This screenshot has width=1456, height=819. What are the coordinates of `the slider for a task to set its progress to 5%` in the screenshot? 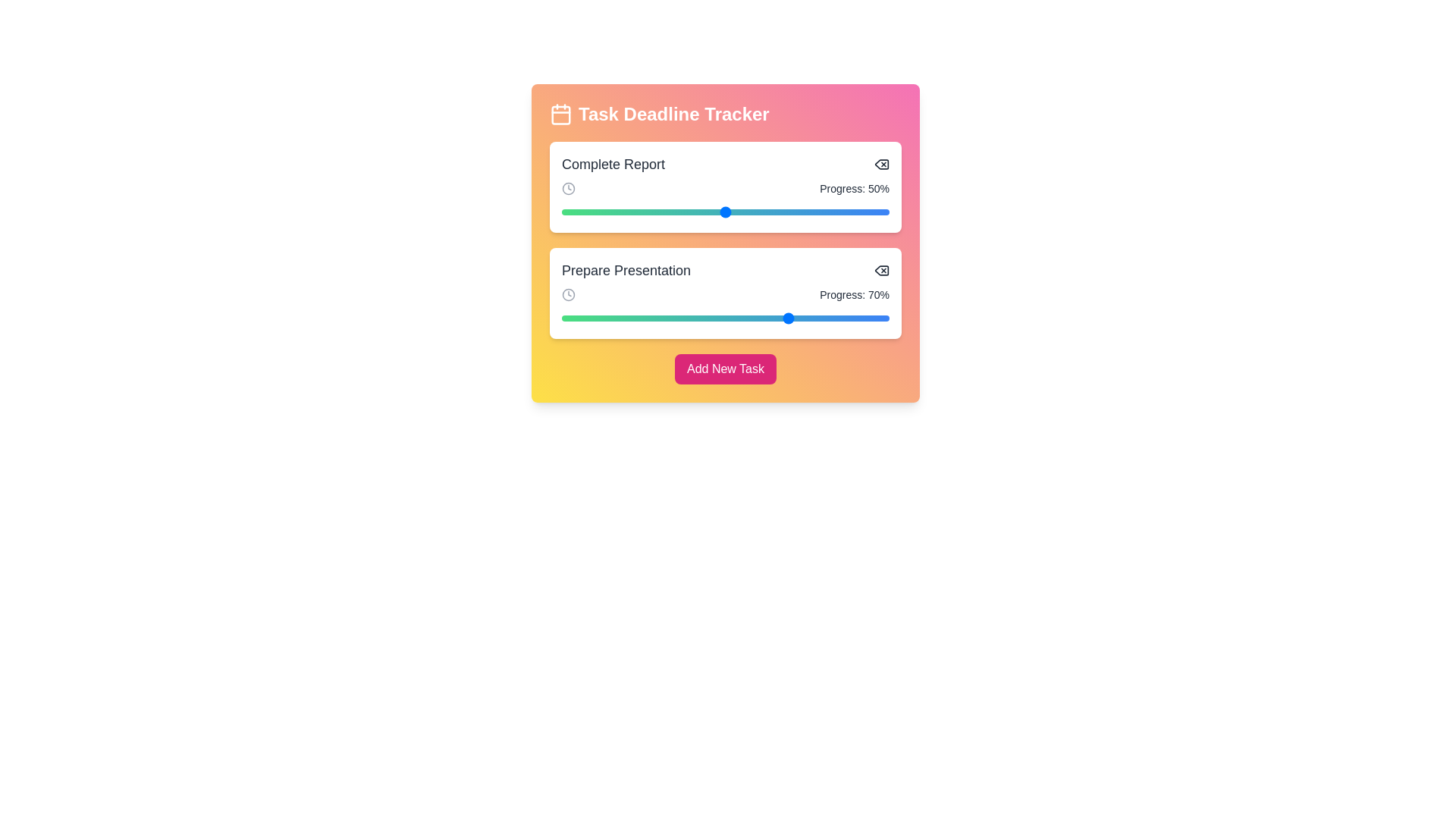 It's located at (577, 212).